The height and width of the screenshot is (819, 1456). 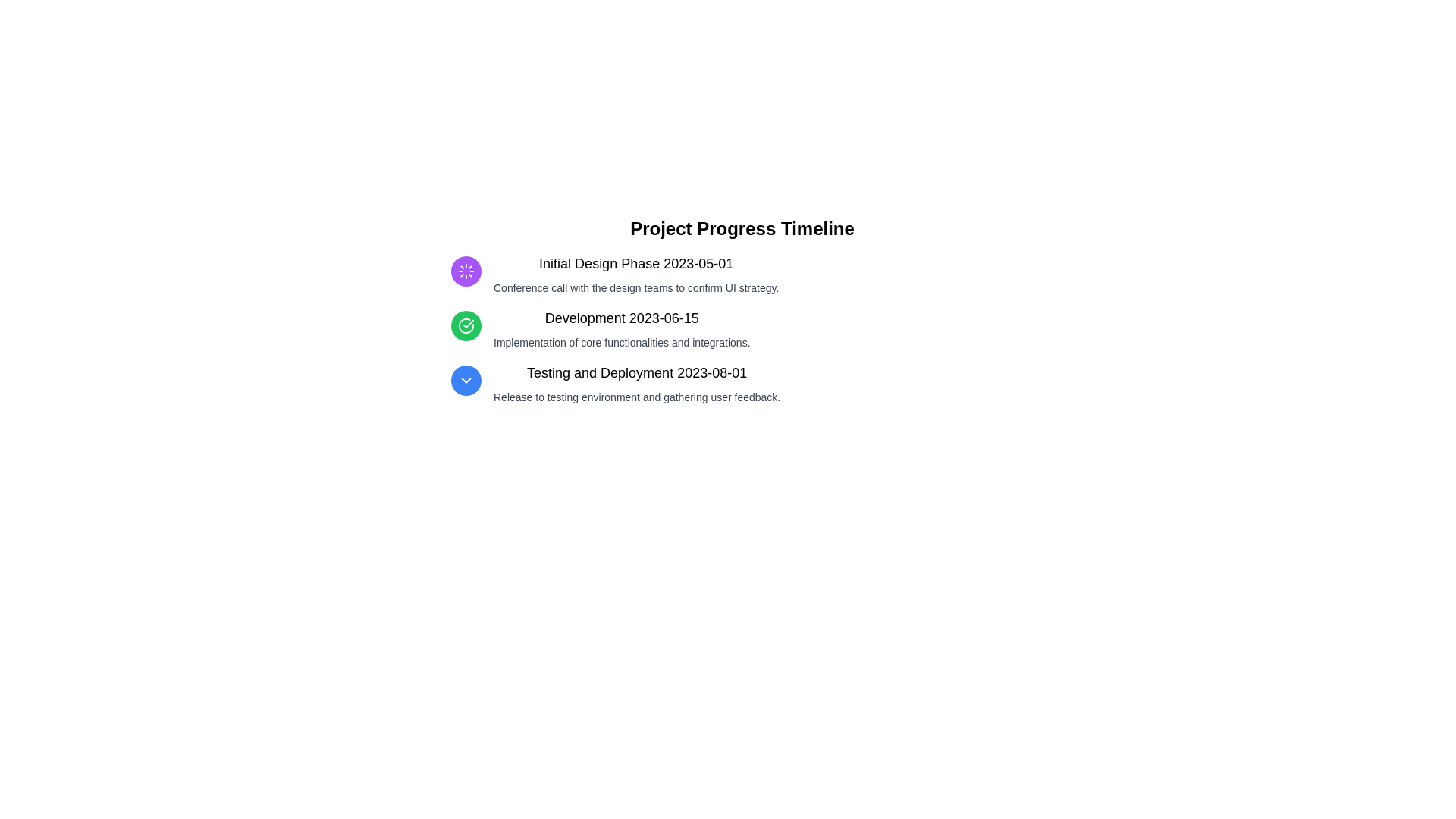 What do you see at coordinates (622, 342) in the screenshot?
I see `the text block displaying 'Implementation of core functionalities and integrations.' located under the heading 'Development 2023-06-15'` at bounding box center [622, 342].